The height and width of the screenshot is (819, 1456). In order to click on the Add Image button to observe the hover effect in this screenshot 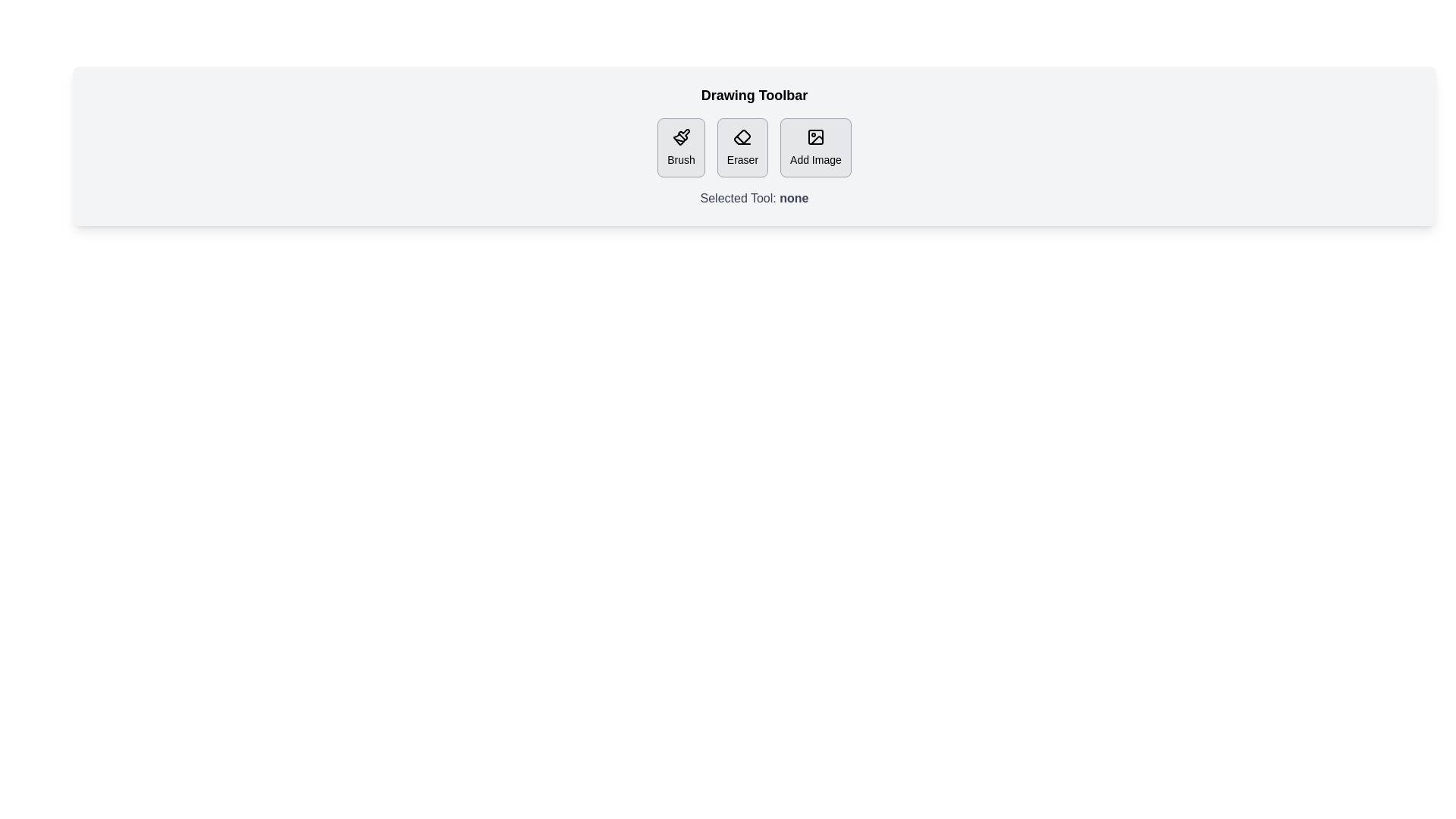, I will do `click(814, 148)`.